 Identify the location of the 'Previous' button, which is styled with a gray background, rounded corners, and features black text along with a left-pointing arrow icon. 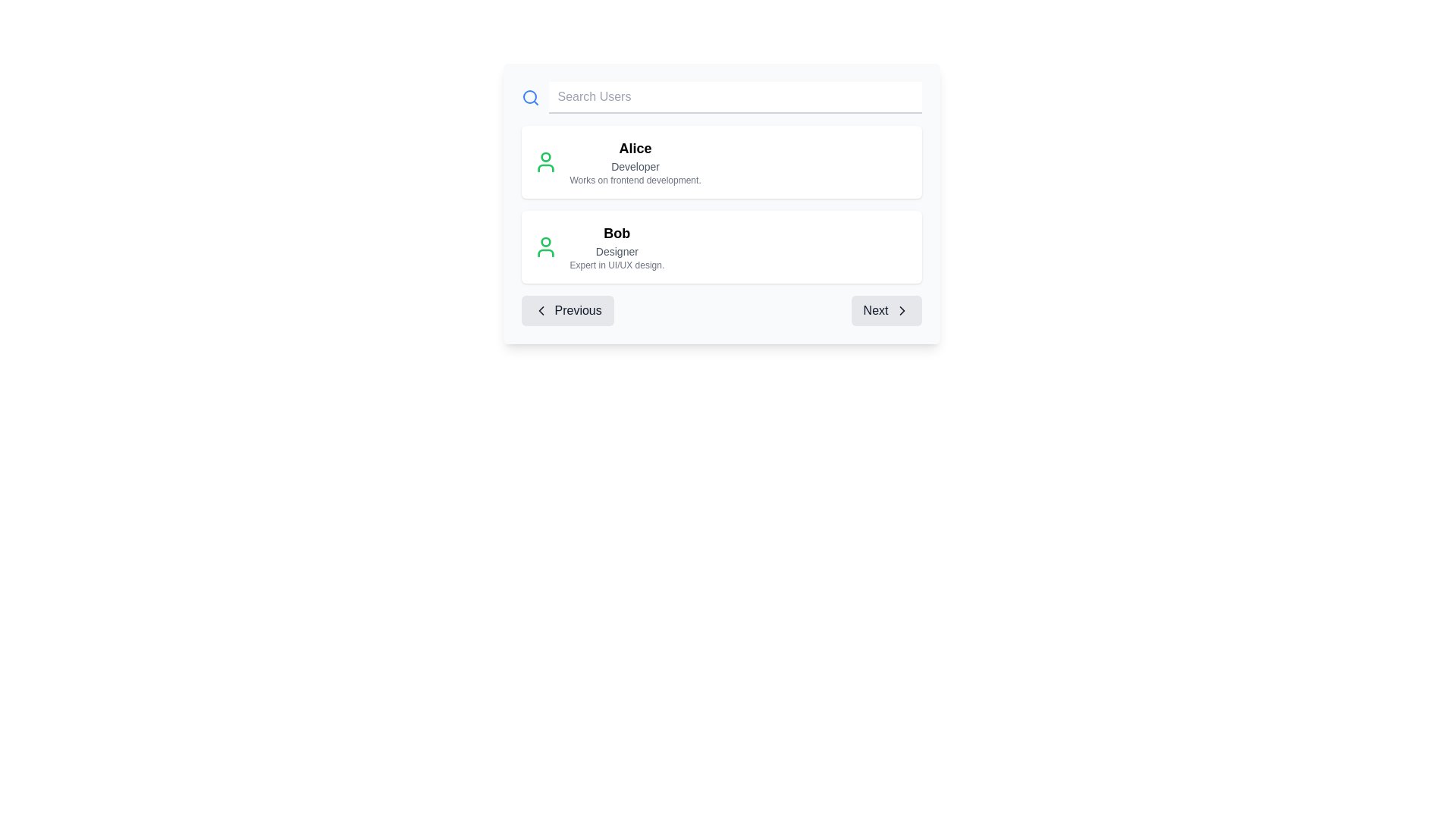
(566, 309).